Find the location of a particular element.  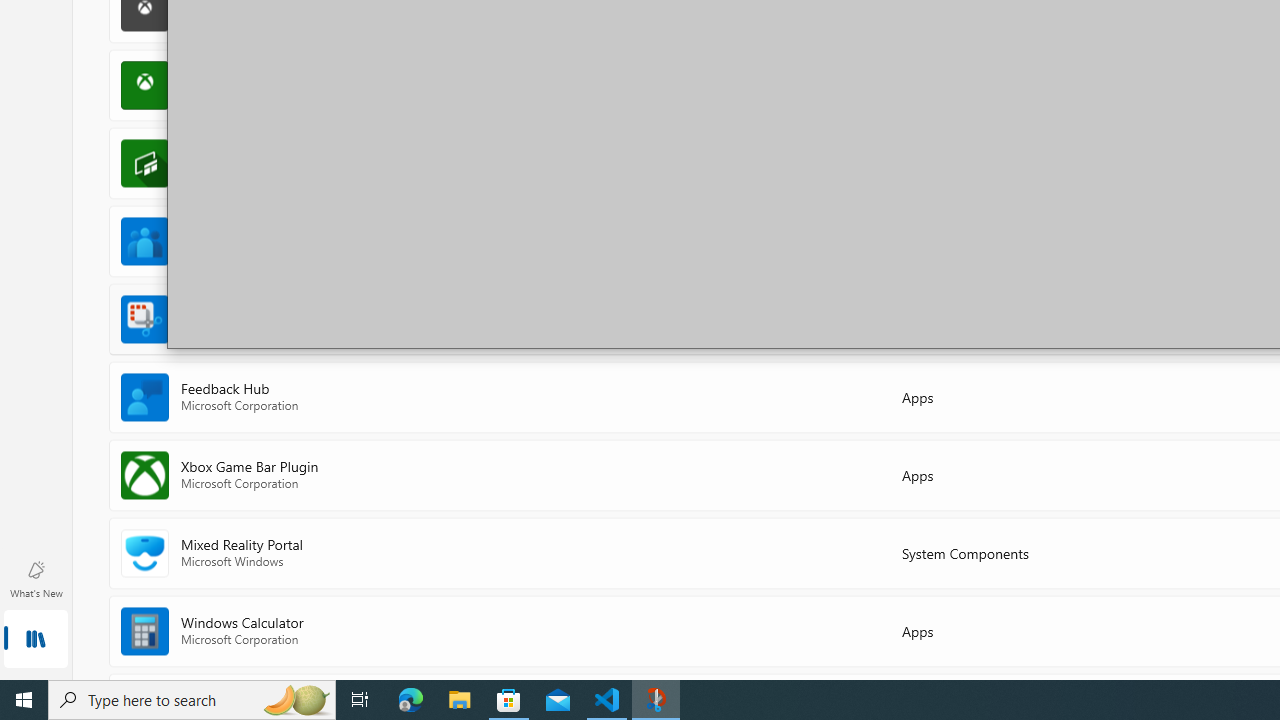

'Start' is located at coordinates (24, 698).